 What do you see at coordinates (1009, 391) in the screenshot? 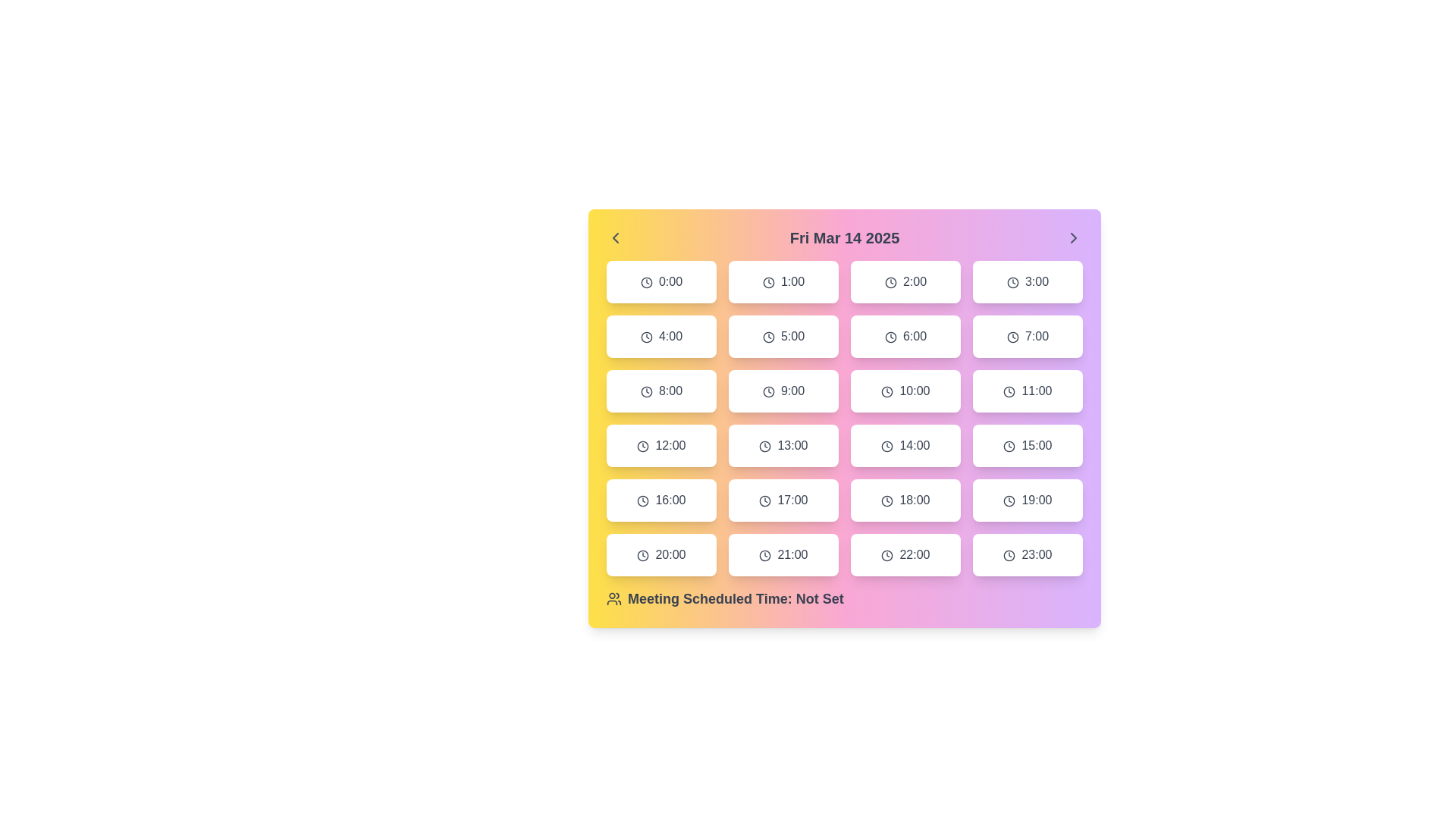
I see `the Clock Icon that visually represents the time '11:00' in the grid, which is aligned to the left of the displayed time` at bounding box center [1009, 391].